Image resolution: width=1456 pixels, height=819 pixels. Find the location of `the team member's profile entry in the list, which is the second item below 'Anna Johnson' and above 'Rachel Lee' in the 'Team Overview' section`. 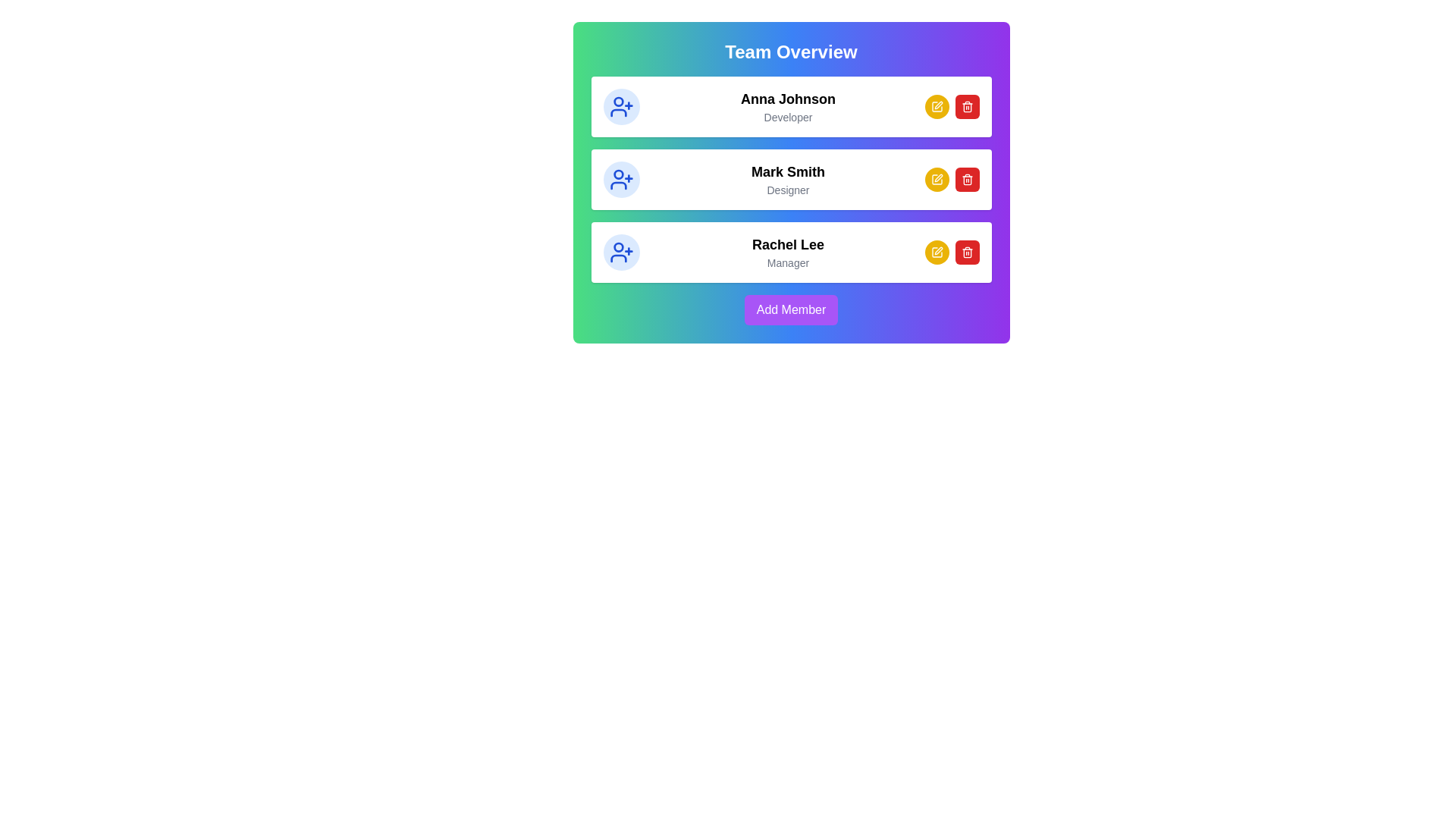

the team member's profile entry in the list, which is the second item below 'Anna Johnson' and above 'Rachel Lee' in the 'Team Overview' section is located at coordinates (790, 178).